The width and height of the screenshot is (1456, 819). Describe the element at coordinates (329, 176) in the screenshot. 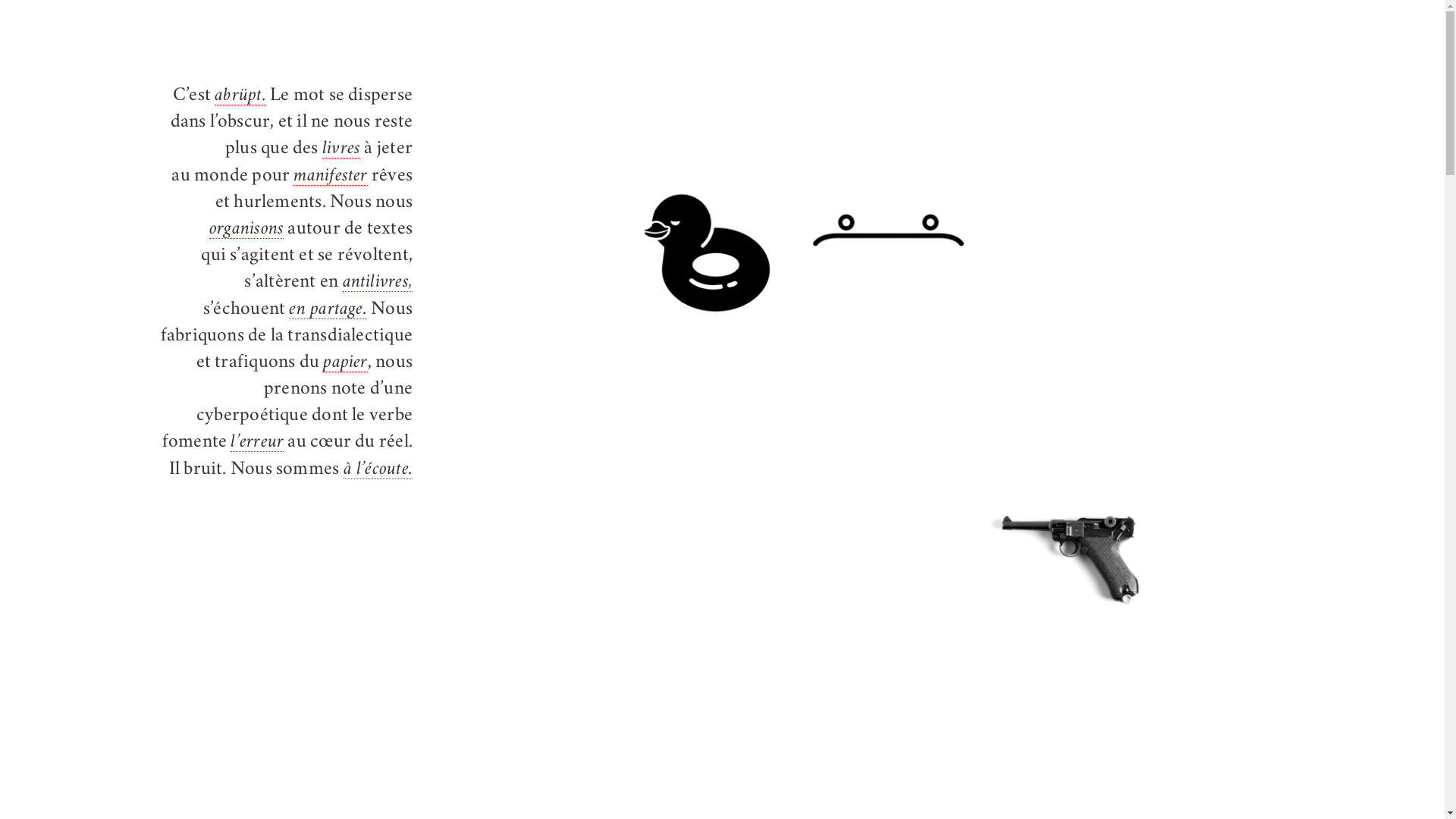

I see `'manifester'` at that location.